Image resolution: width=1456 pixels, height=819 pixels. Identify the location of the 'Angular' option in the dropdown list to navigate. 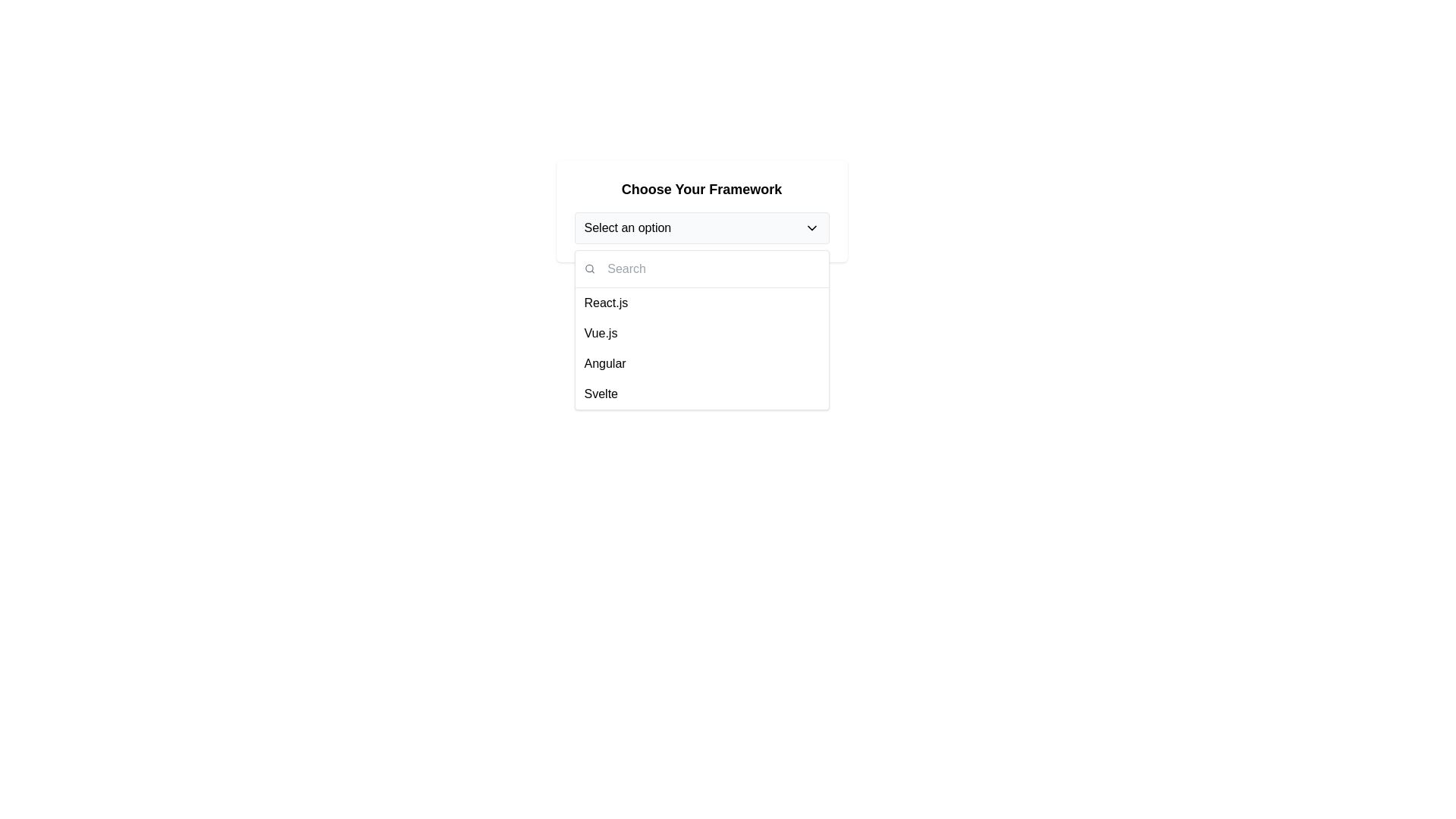
(701, 363).